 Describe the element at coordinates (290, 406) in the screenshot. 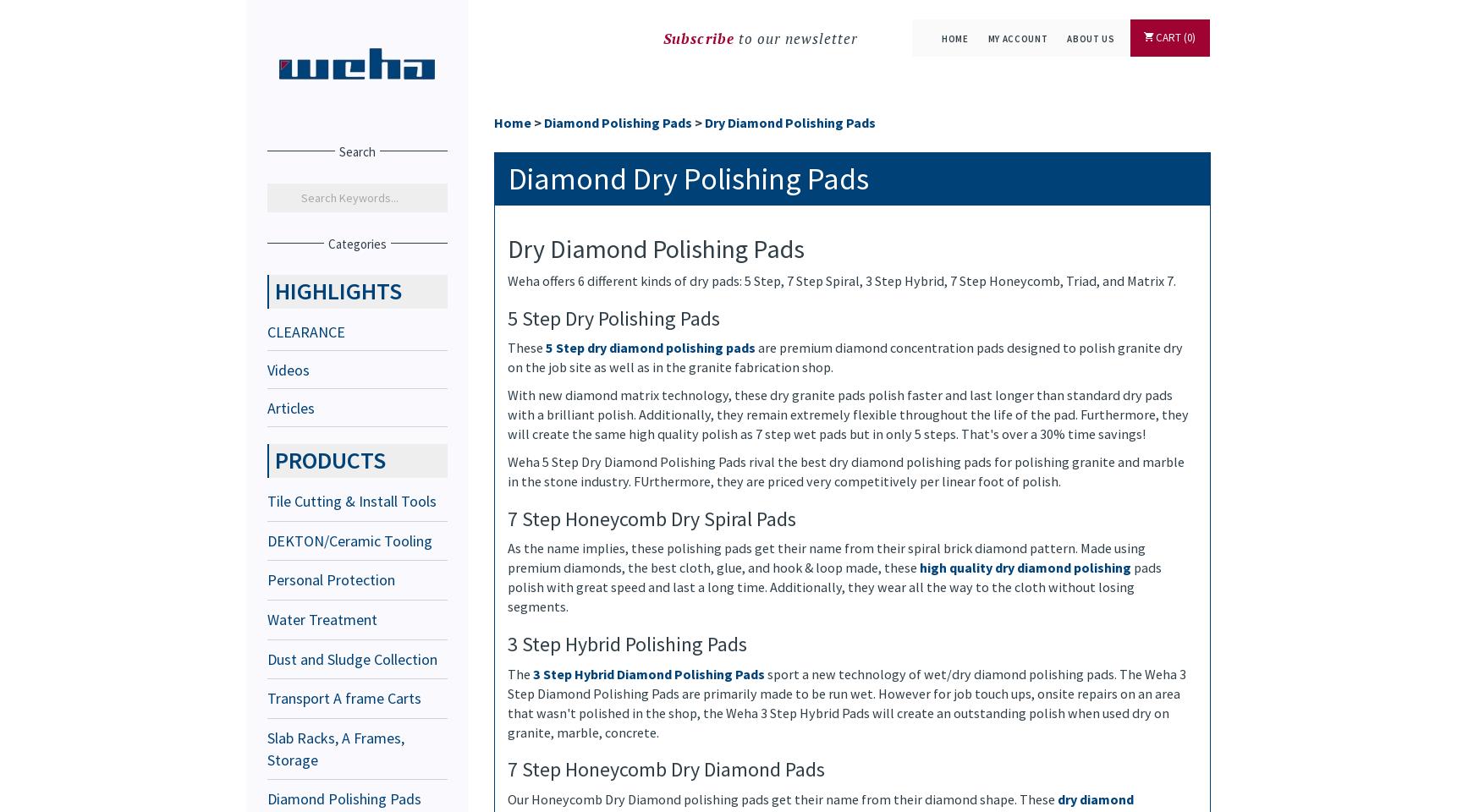

I see `'Articles'` at that location.